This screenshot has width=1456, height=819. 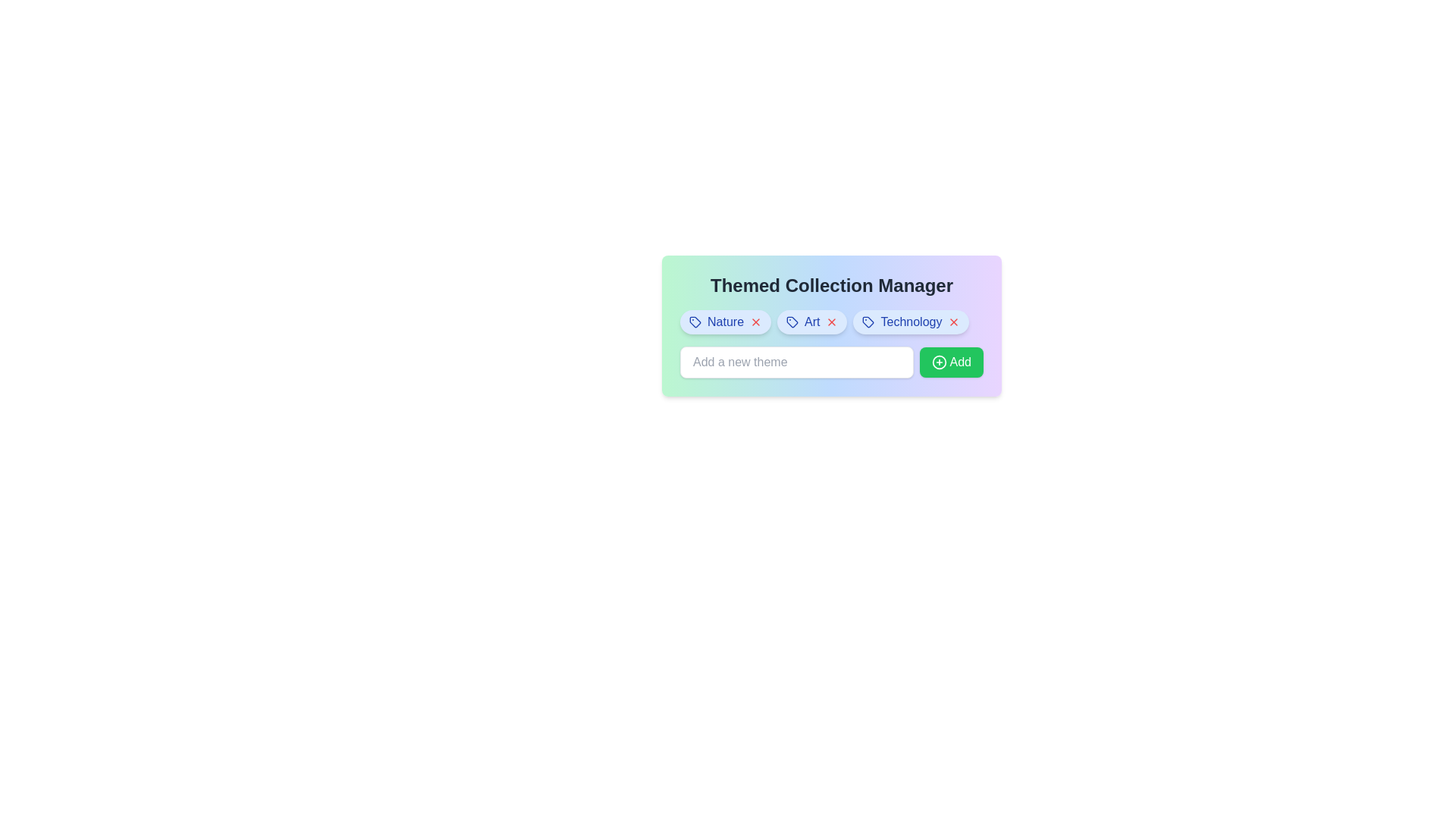 What do you see at coordinates (831, 321) in the screenshot?
I see `'X' button for the theme Art` at bounding box center [831, 321].